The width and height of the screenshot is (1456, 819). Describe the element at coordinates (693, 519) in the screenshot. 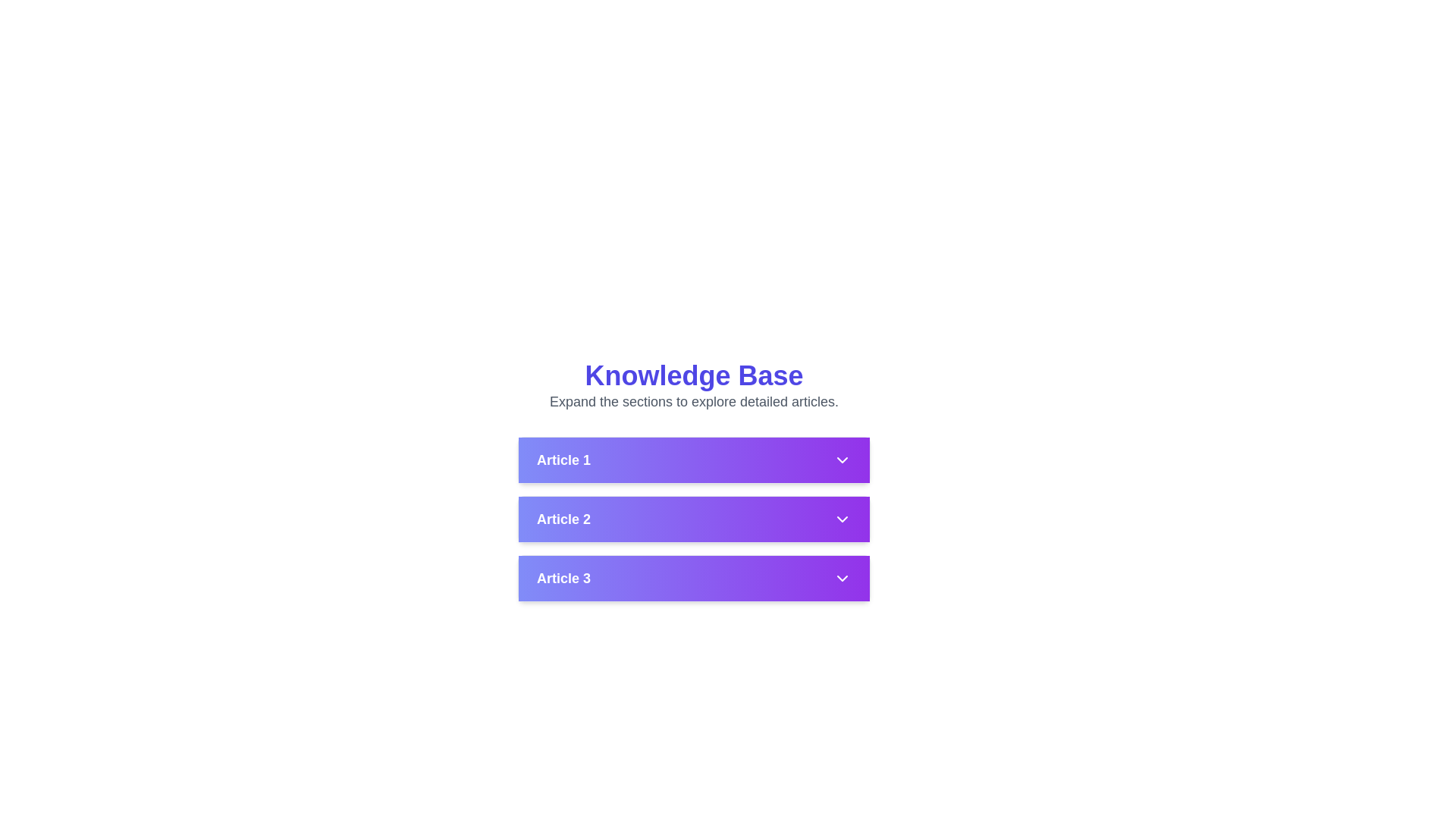

I see `the collapsible section header for 'Article 2'` at that location.